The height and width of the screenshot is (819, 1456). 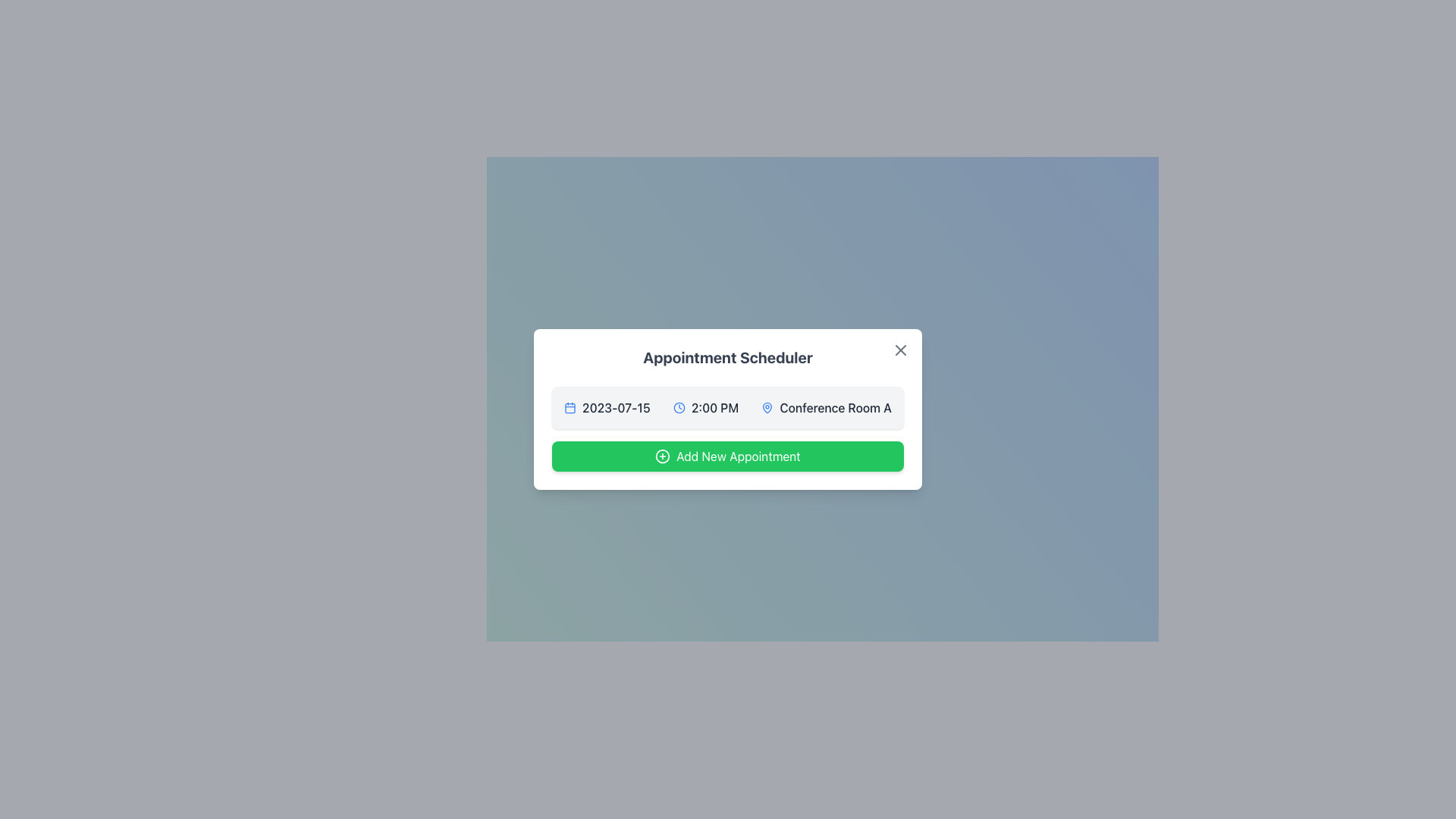 I want to click on the button located below the text content to initiate the process of adding a new appointment, so click(x=728, y=455).